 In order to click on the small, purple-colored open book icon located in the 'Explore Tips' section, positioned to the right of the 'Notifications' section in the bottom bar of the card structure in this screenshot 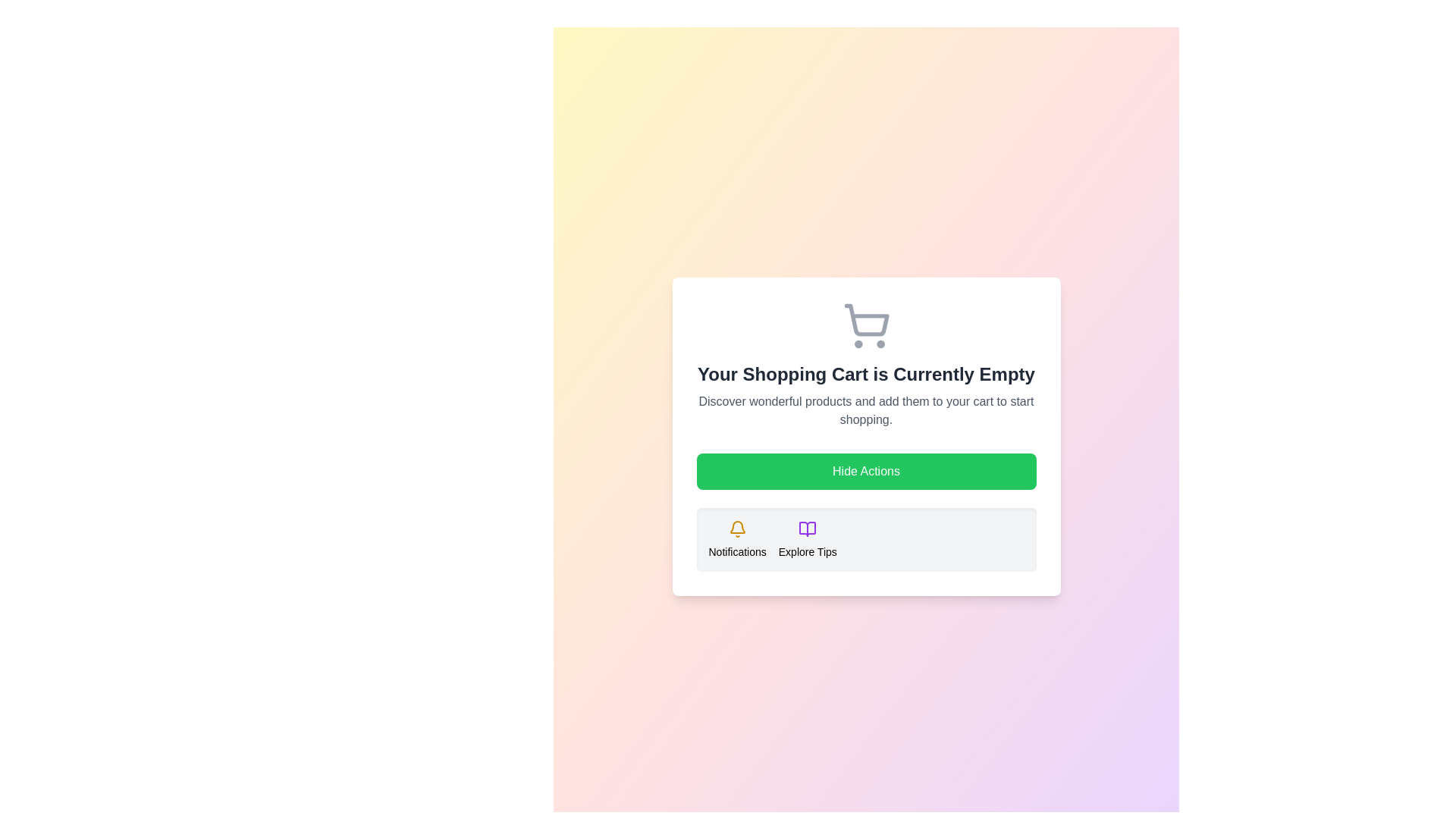, I will do `click(807, 529)`.